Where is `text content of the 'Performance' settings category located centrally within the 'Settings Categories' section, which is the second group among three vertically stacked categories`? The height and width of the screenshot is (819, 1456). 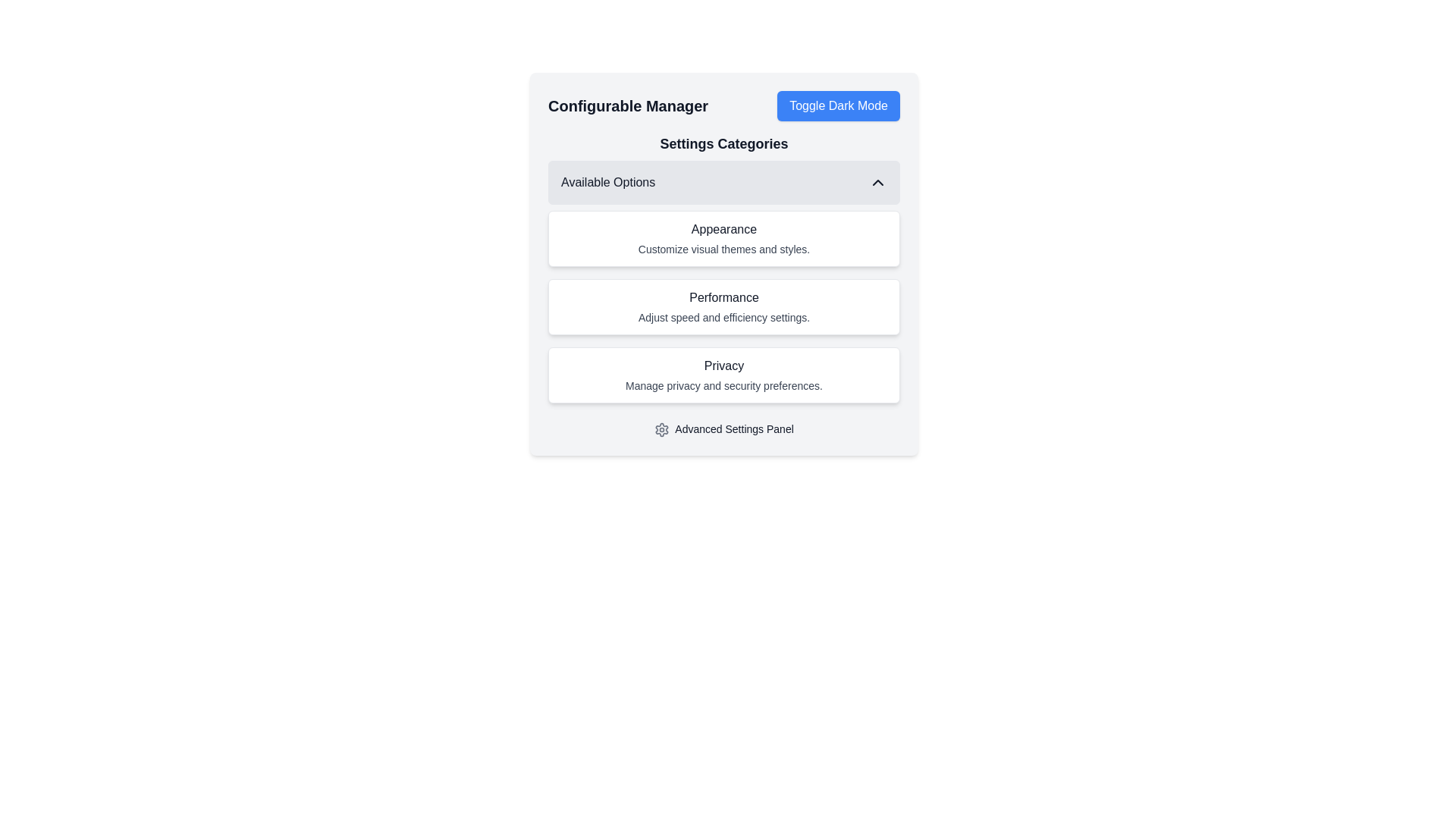
text content of the 'Performance' settings category located centrally within the 'Settings Categories' section, which is the second group among three vertically stacked categories is located at coordinates (723, 307).